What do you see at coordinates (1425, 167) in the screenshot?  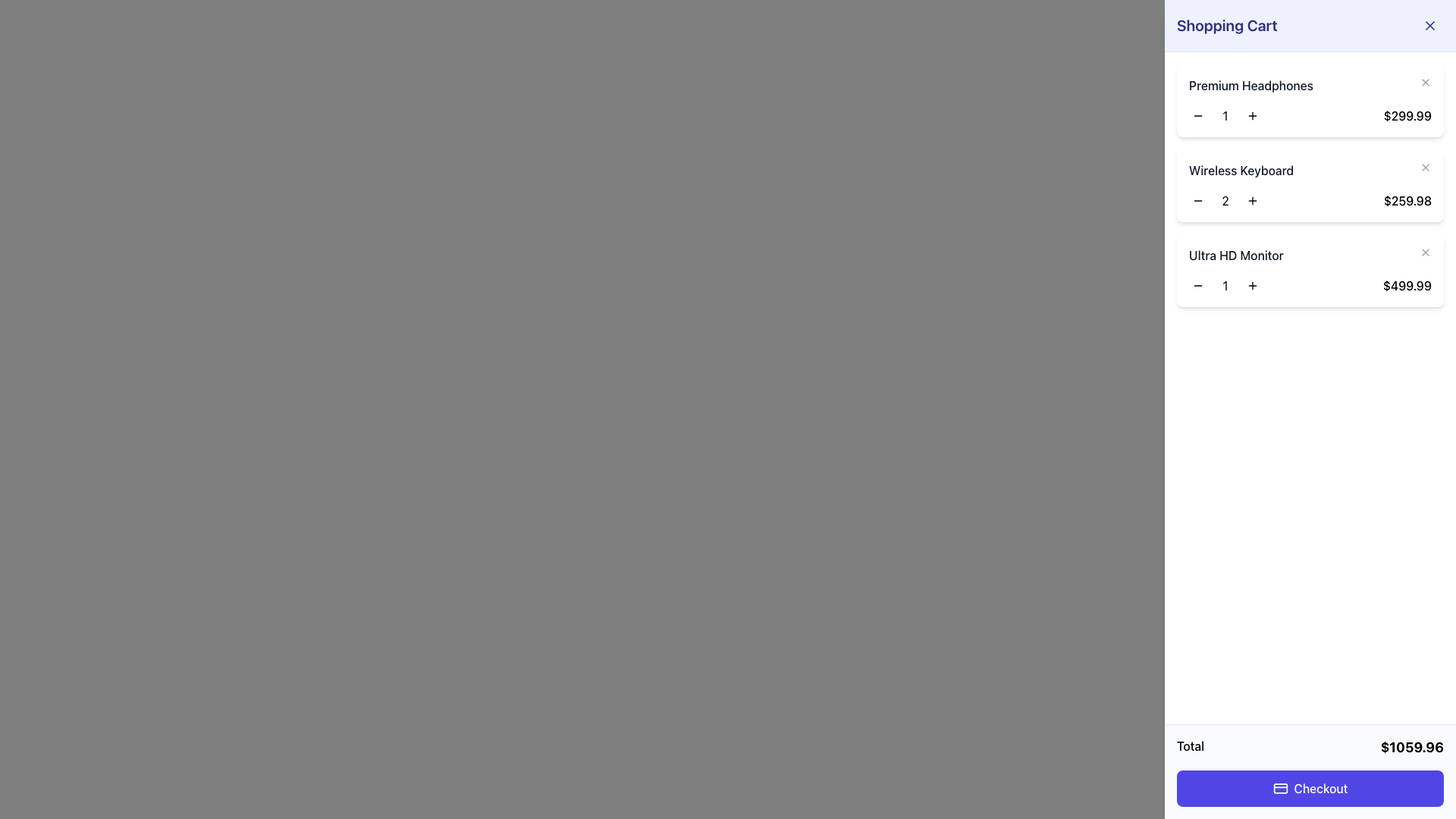 I see `the second interactive cross icon in the shopping cart list, located directly to the right of the 'Wireless Keyboard' item description, to change its color` at bounding box center [1425, 167].